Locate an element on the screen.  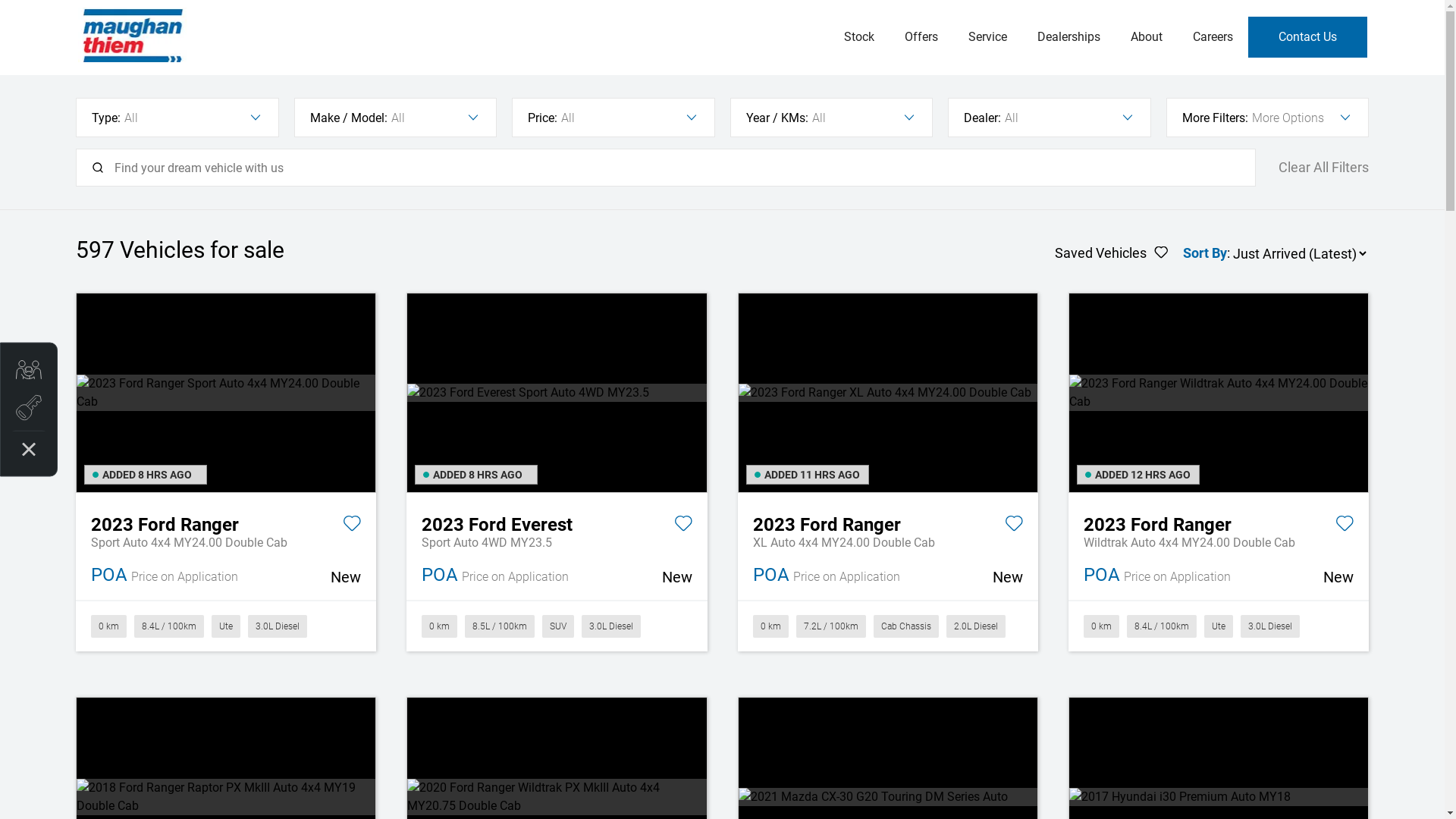
'POA is located at coordinates (224, 576).